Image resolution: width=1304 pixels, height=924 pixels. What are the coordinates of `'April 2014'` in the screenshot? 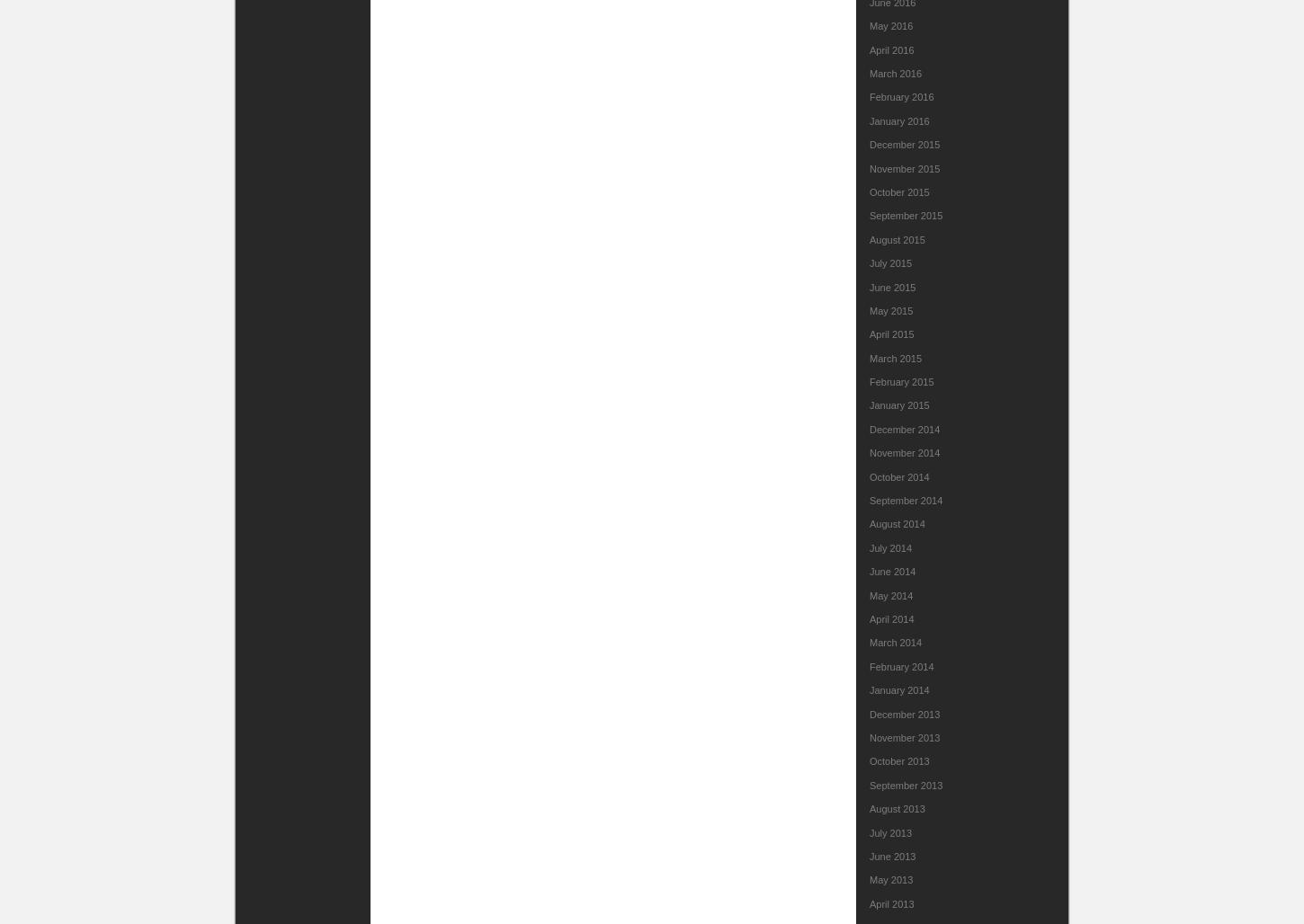 It's located at (870, 618).